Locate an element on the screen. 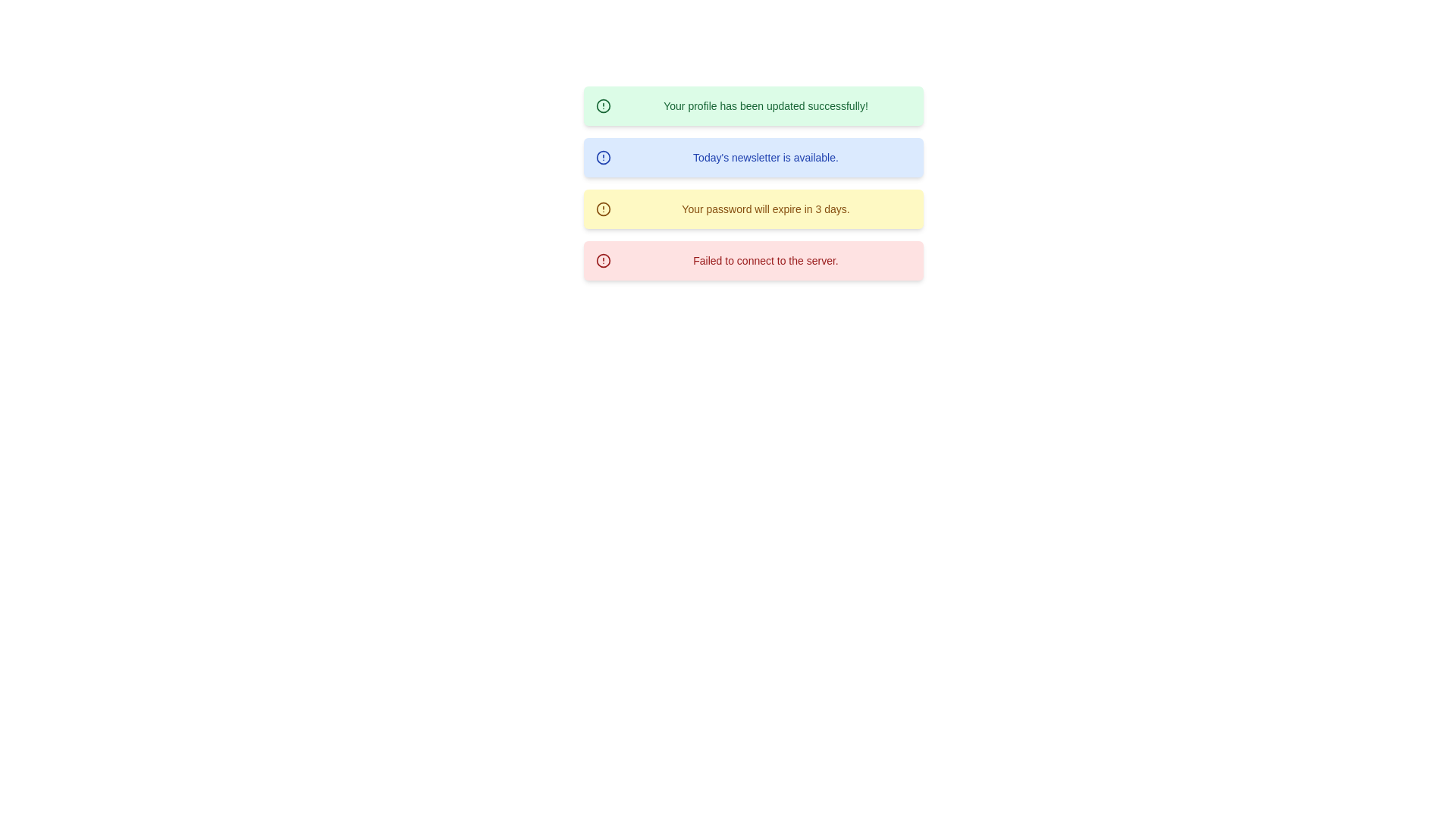  the circular outline icon in the third notification area from the top, which visually indicates an alert or warning is located at coordinates (603, 209).